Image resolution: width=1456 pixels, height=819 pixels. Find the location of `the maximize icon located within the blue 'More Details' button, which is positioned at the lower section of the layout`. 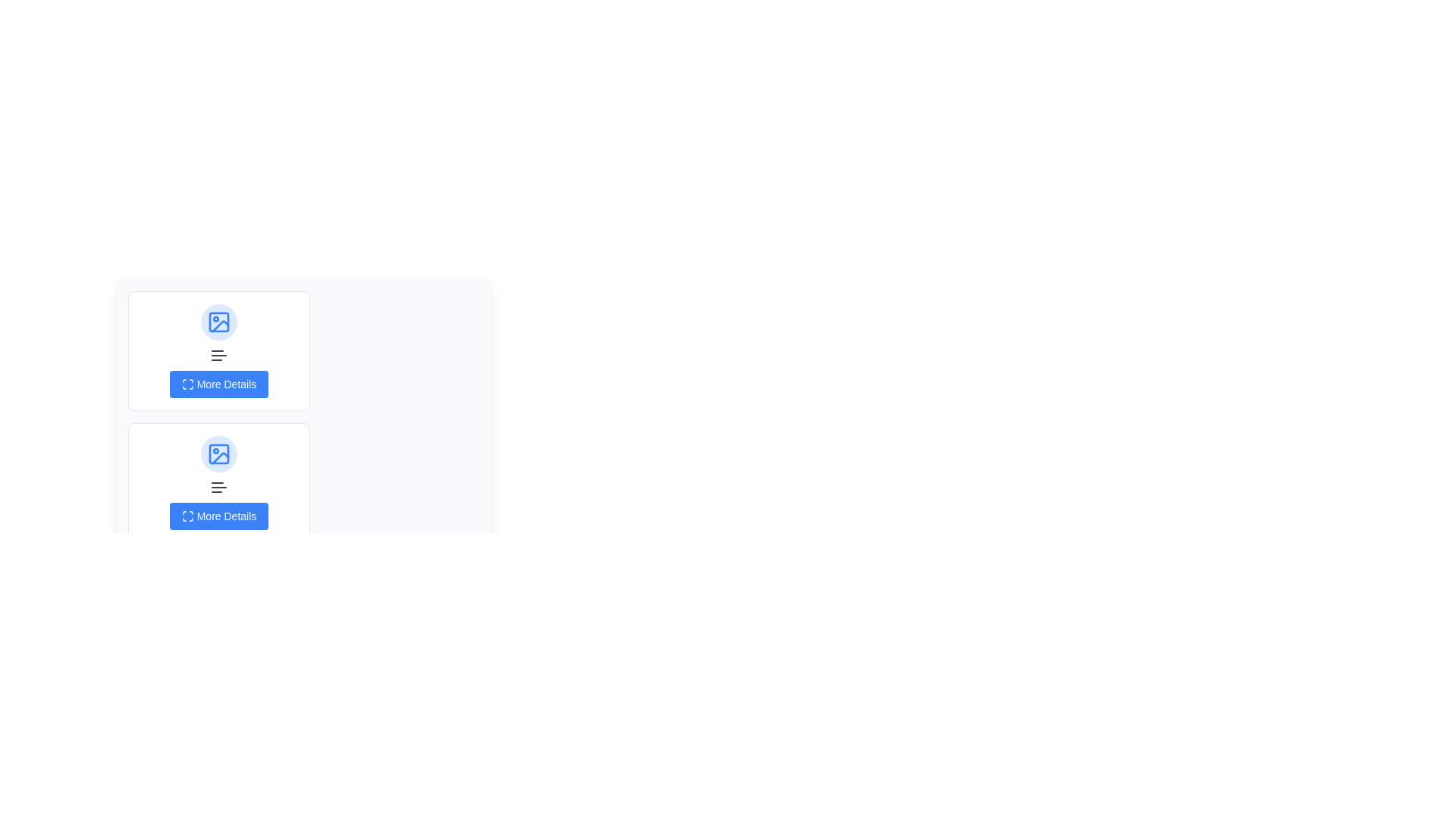

the maximize icon located within the blue 'More Details' button, which is positioned at the lower section of the layout is located at coordinates (187, 516).